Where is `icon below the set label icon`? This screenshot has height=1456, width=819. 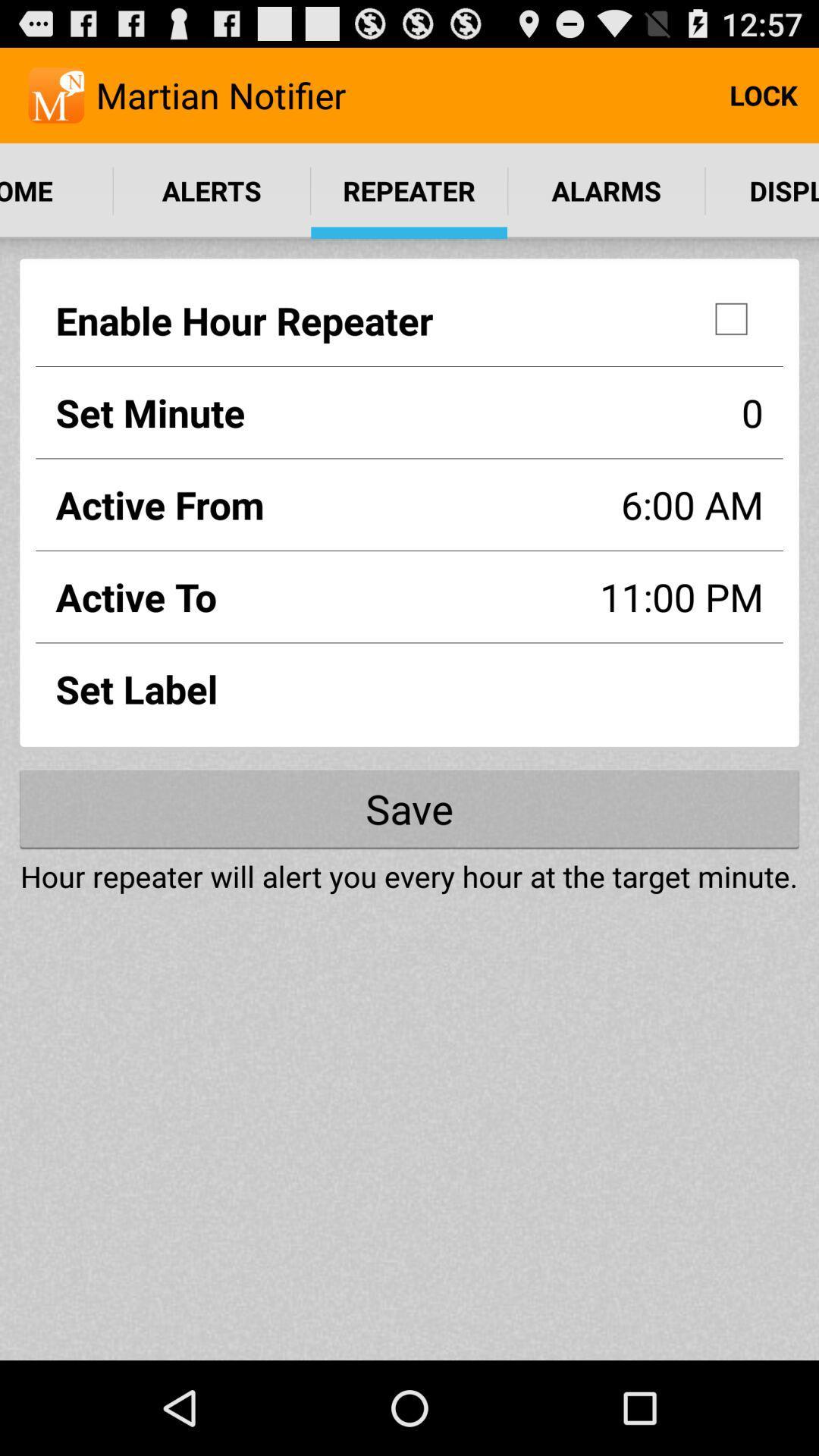
icon below the set label icon is located at coordinates (409, 808).